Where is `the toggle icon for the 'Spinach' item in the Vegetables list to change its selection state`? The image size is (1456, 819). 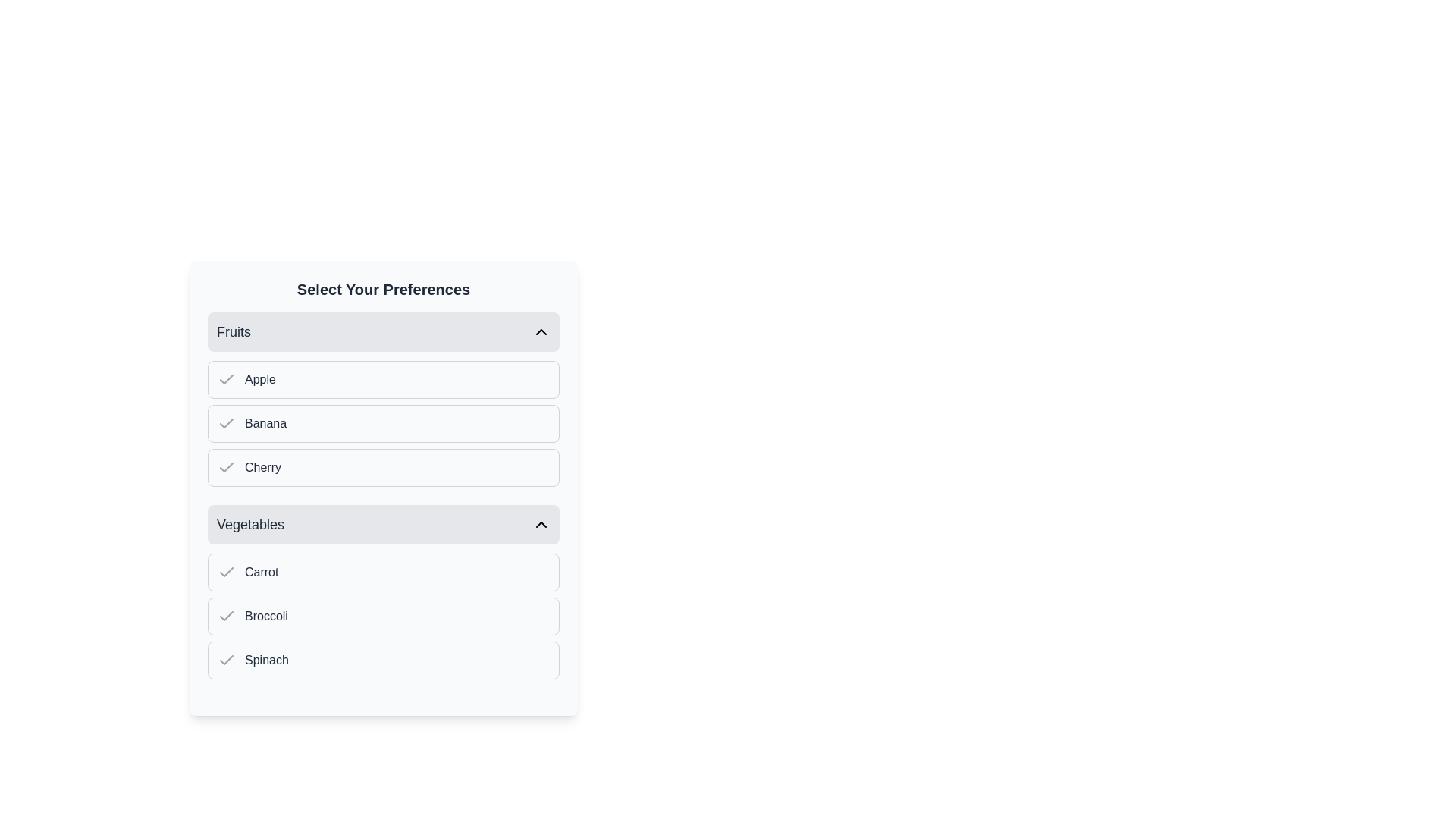 the toggle icon for the 'Spinach' item in the Vegetables list to change its selection state is located at coordinates (225, 660).